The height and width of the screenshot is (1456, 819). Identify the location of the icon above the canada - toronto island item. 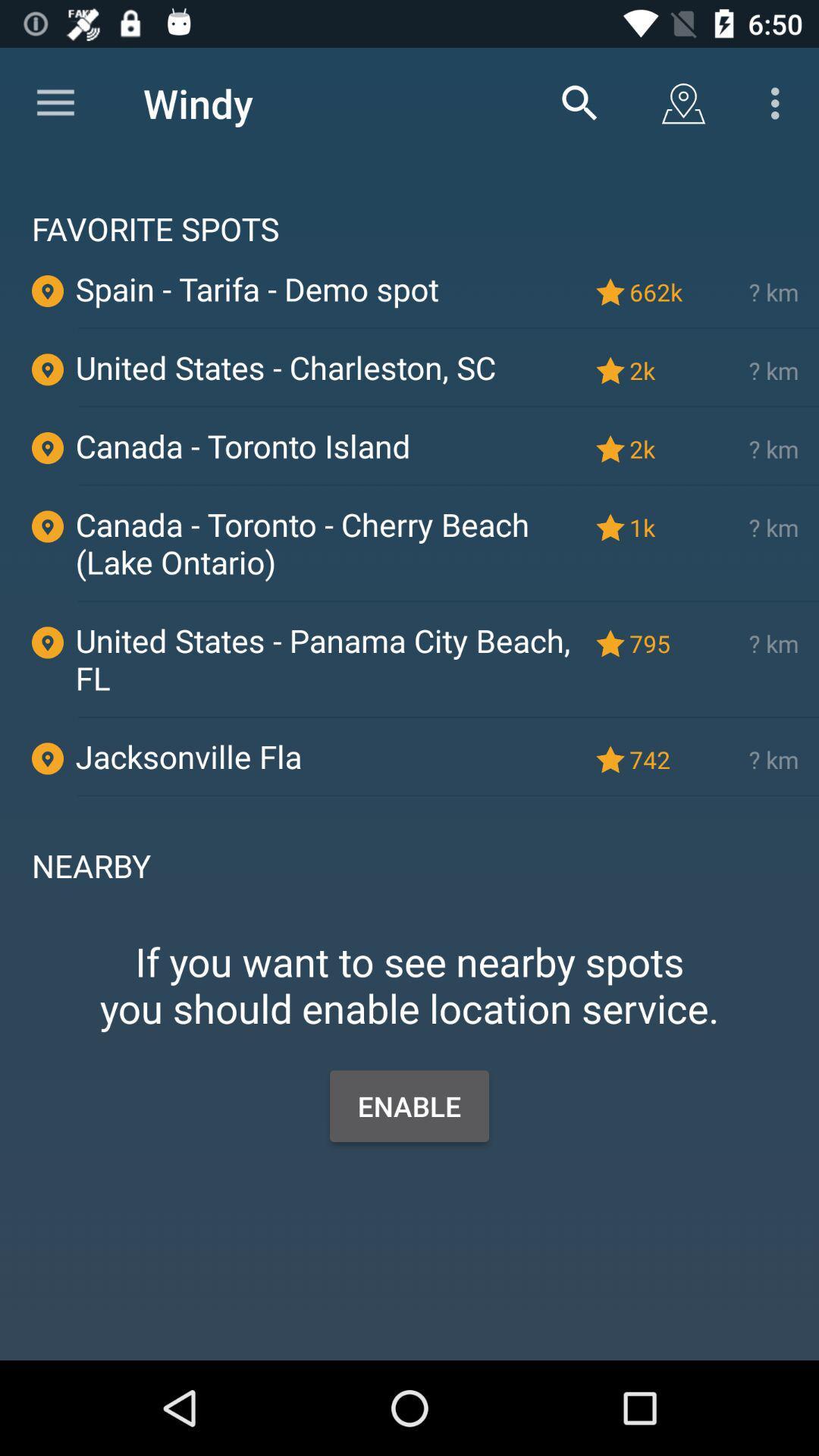
(447, 406).